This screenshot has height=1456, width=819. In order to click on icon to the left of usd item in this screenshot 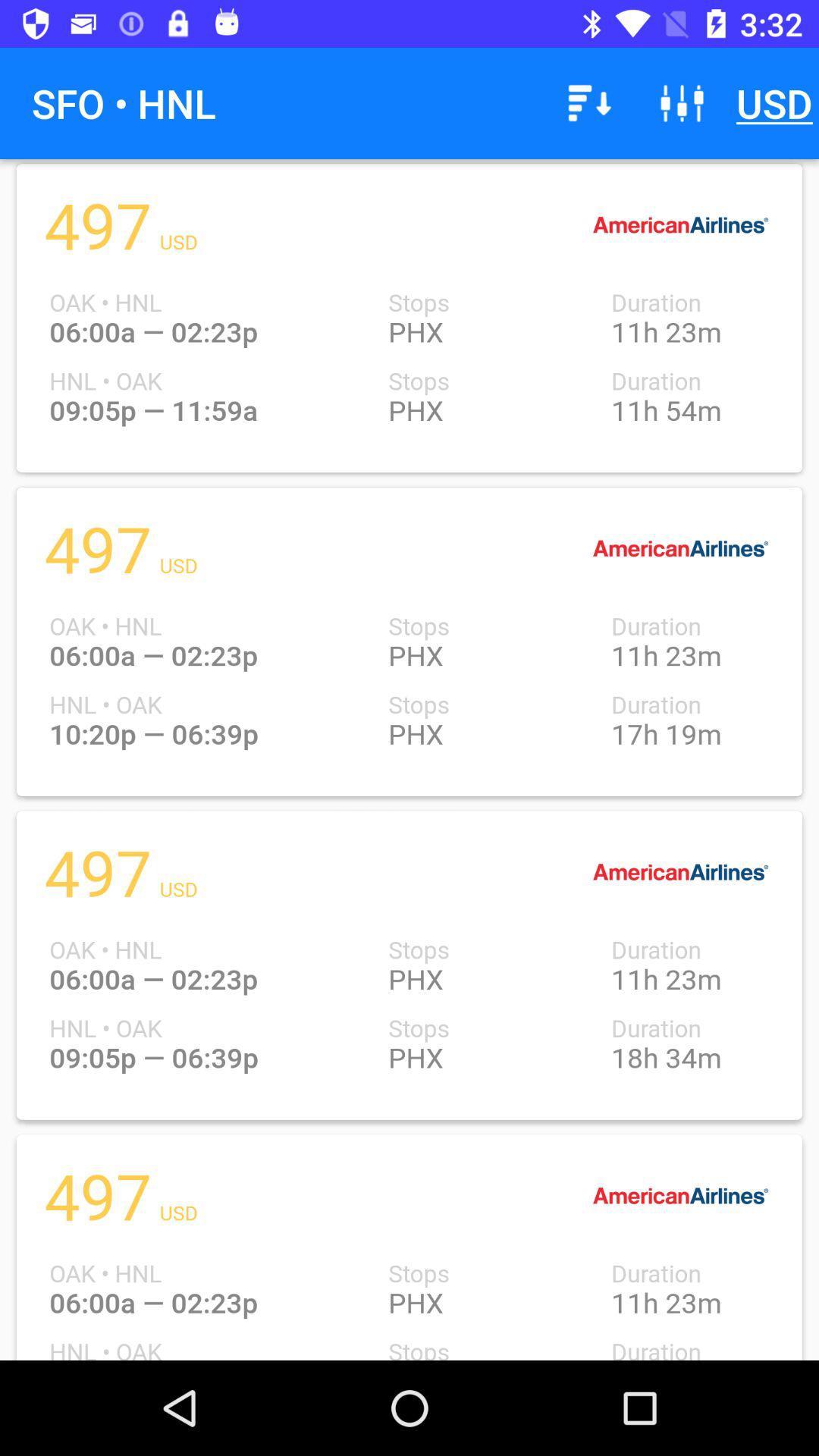, I will do `click(681, 102)`.